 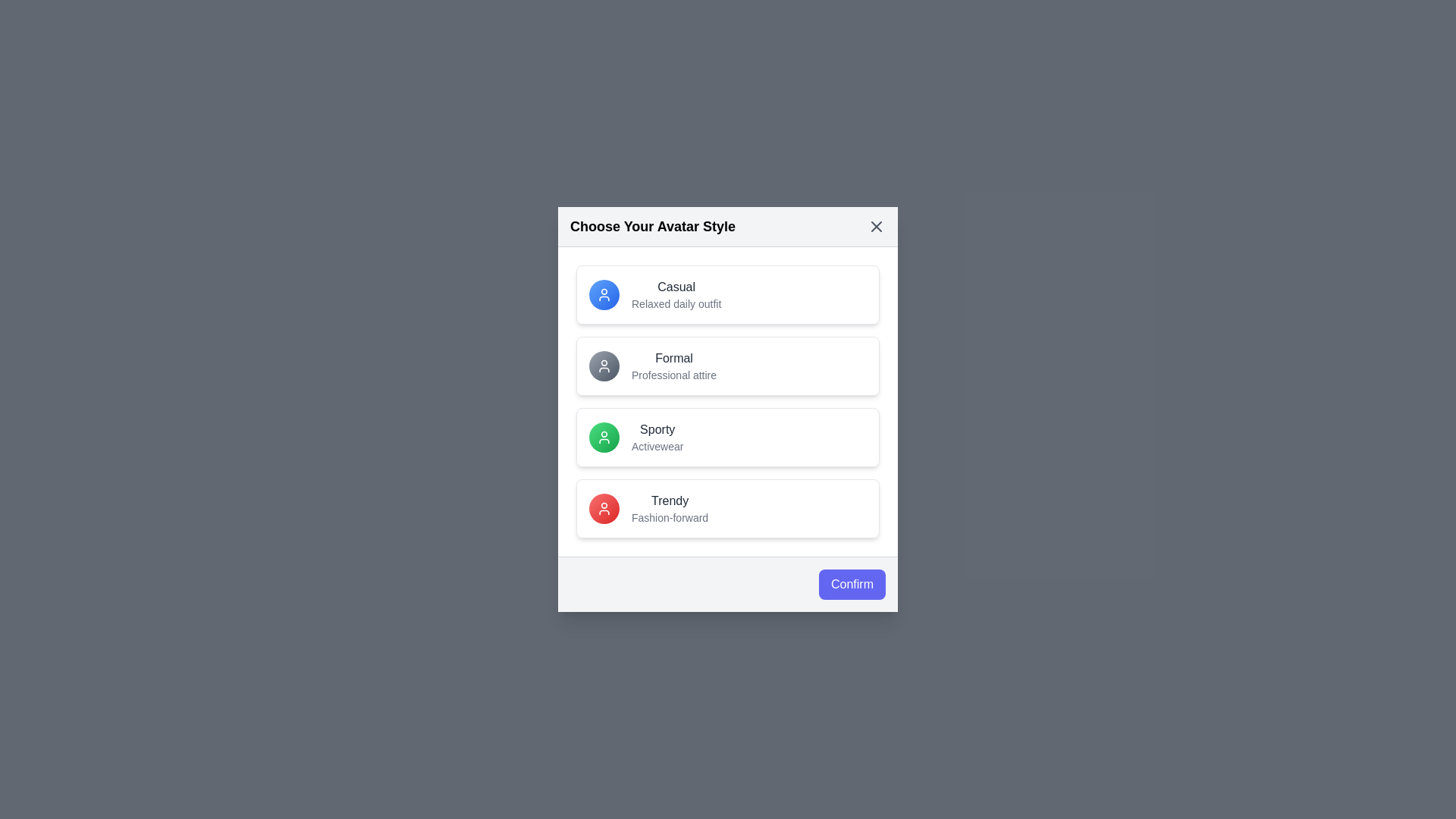 What do you see at coordinates (728, 438) in the screenshot?
I see `the avatar option labeled 'Sporty' to highlight it` at bounding box center [728, 438].